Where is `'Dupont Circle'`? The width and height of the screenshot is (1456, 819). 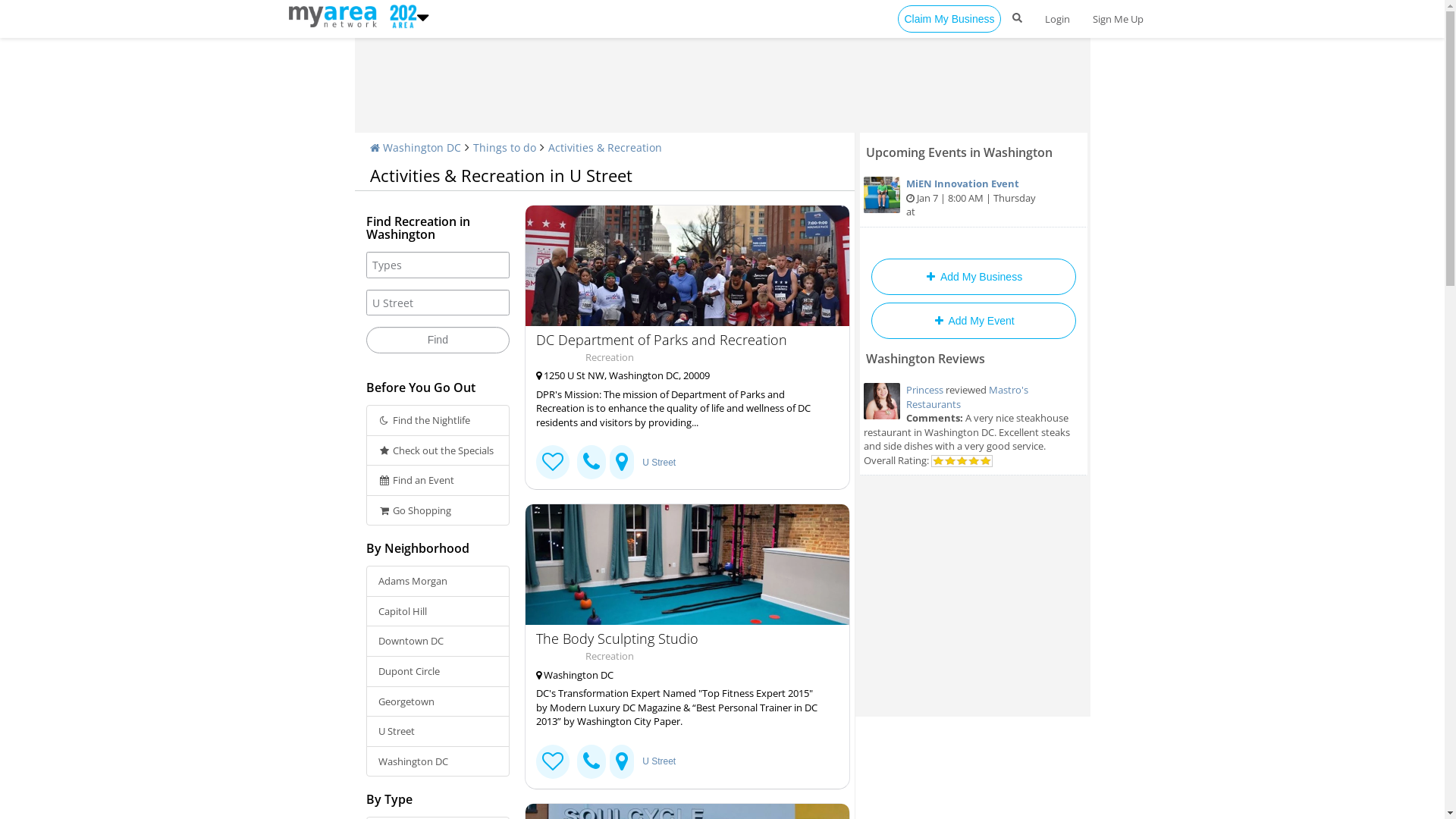
'Dupont Circle' is located at coordinates (436, 670).